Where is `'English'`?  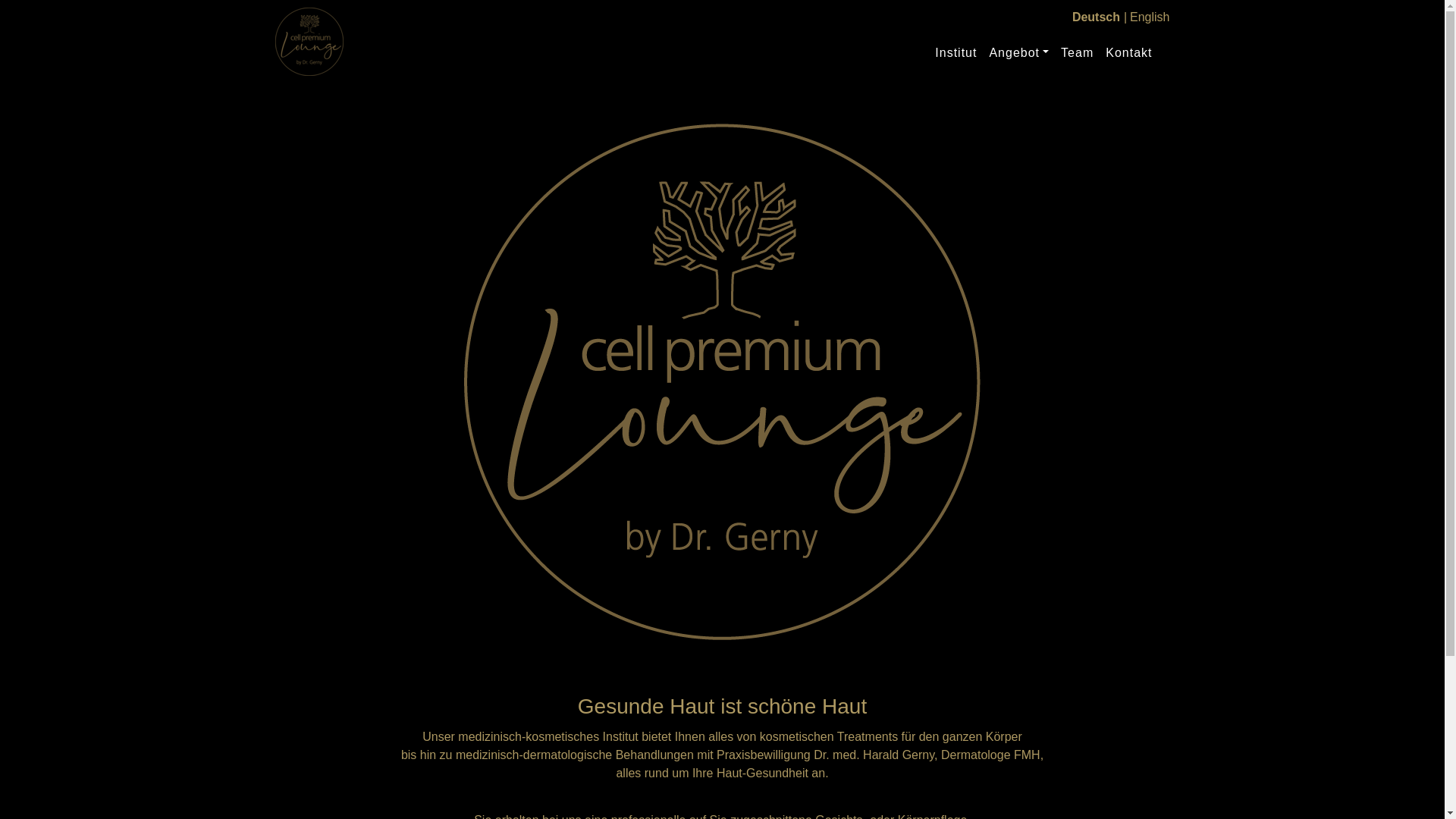 'English' is located at coordinates (1150, 17).